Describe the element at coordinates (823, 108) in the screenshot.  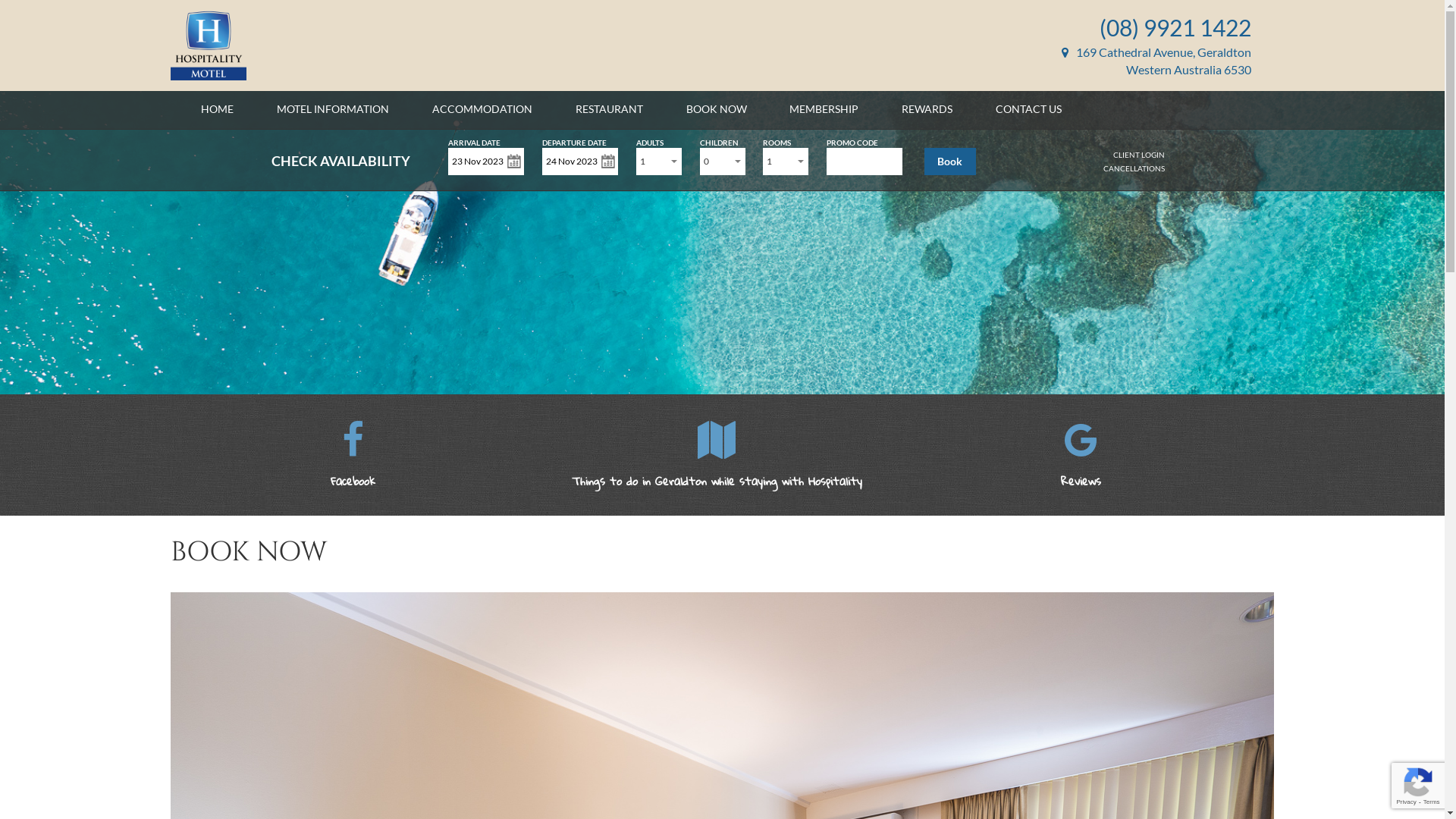
I see `'MEMBERSHIP'` at that location.